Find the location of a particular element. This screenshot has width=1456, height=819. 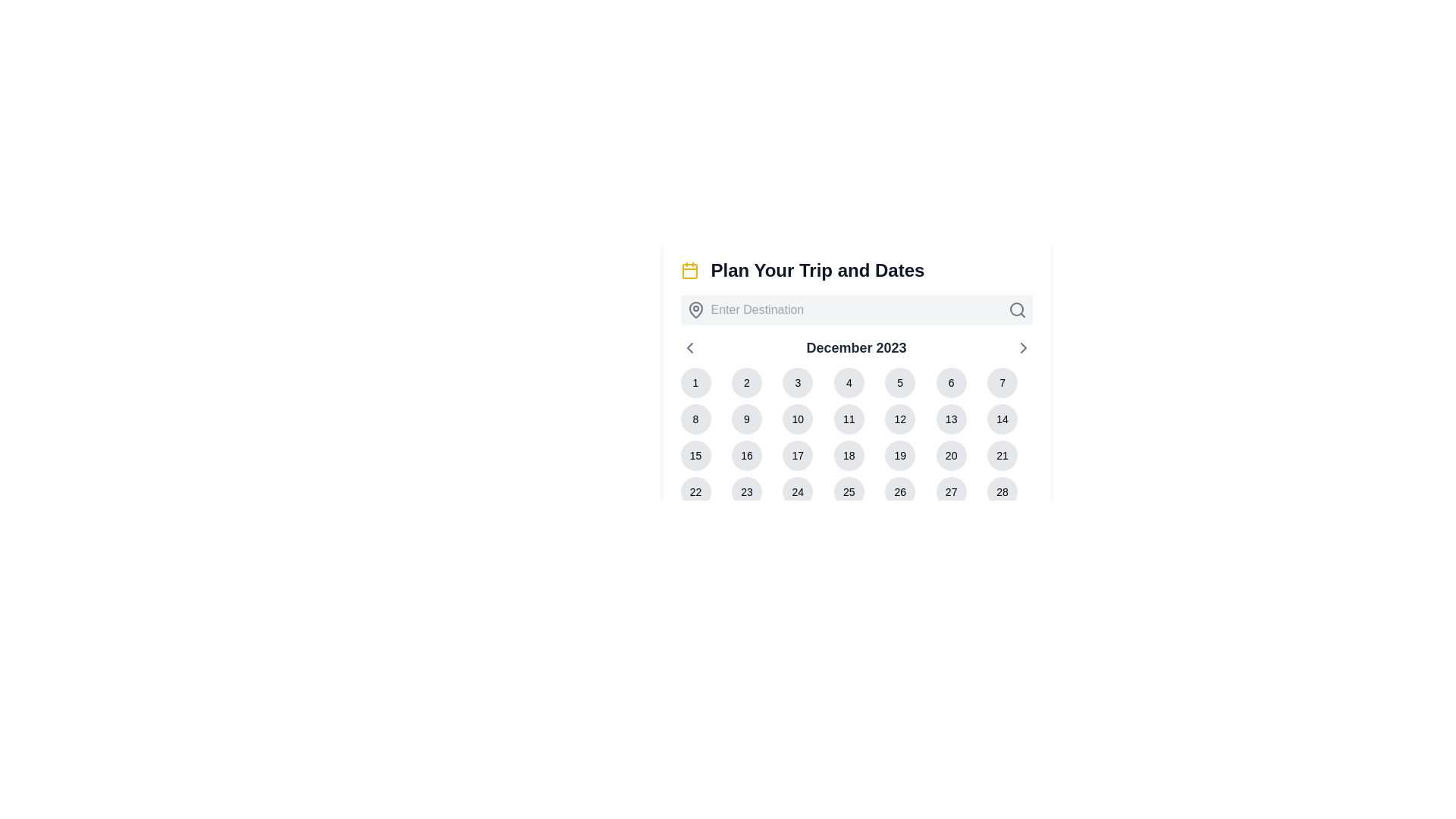

the map pin icon, which is styled with a thin gray outline and is located to the left of the 'Enter Destination' text input field is located at coordinates (695, 309).